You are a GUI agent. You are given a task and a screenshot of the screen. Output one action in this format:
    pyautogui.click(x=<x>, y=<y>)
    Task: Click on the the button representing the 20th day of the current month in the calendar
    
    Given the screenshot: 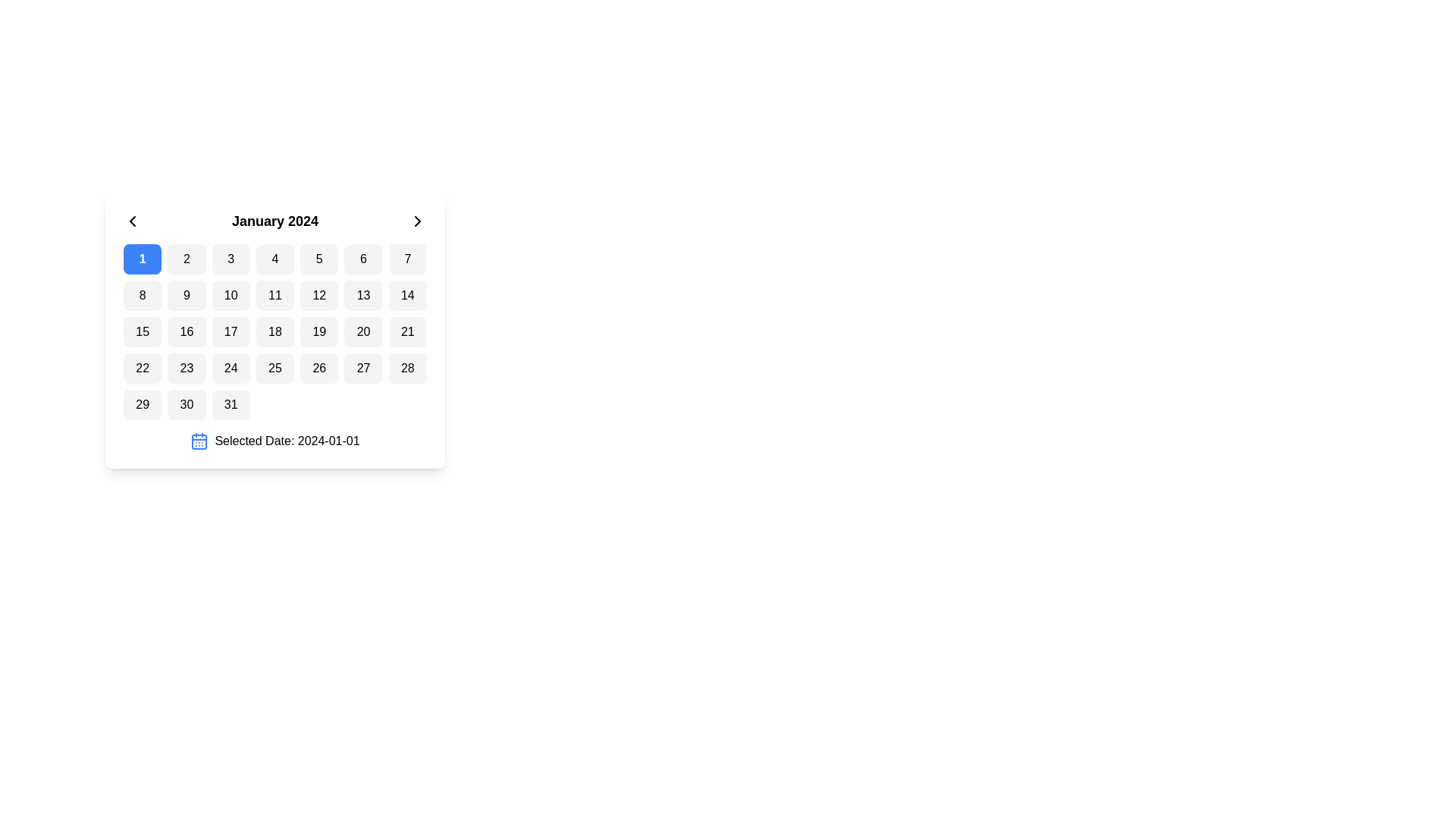 What is the action you would take?
    pyautogui.click(x=362, y=331)
    